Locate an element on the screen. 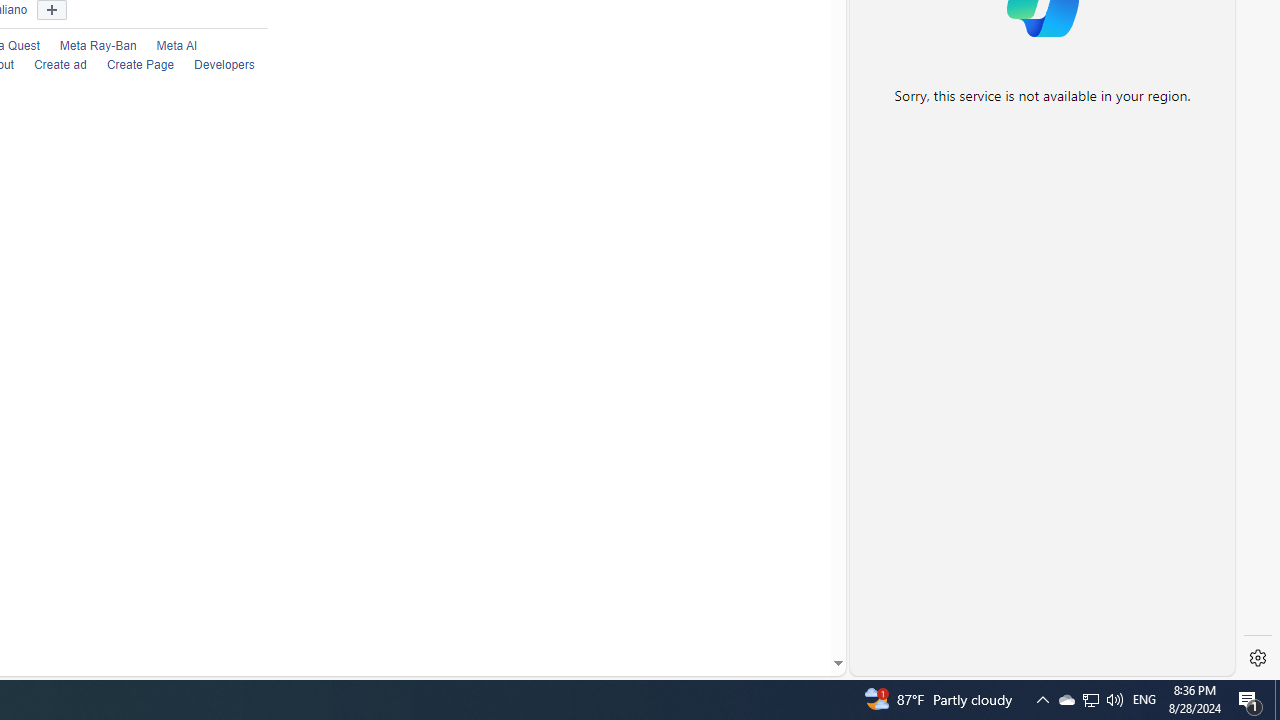 The height and width of the screenshot is (720, 1280). 'Meta AI' is located at coordinates (177, 45).